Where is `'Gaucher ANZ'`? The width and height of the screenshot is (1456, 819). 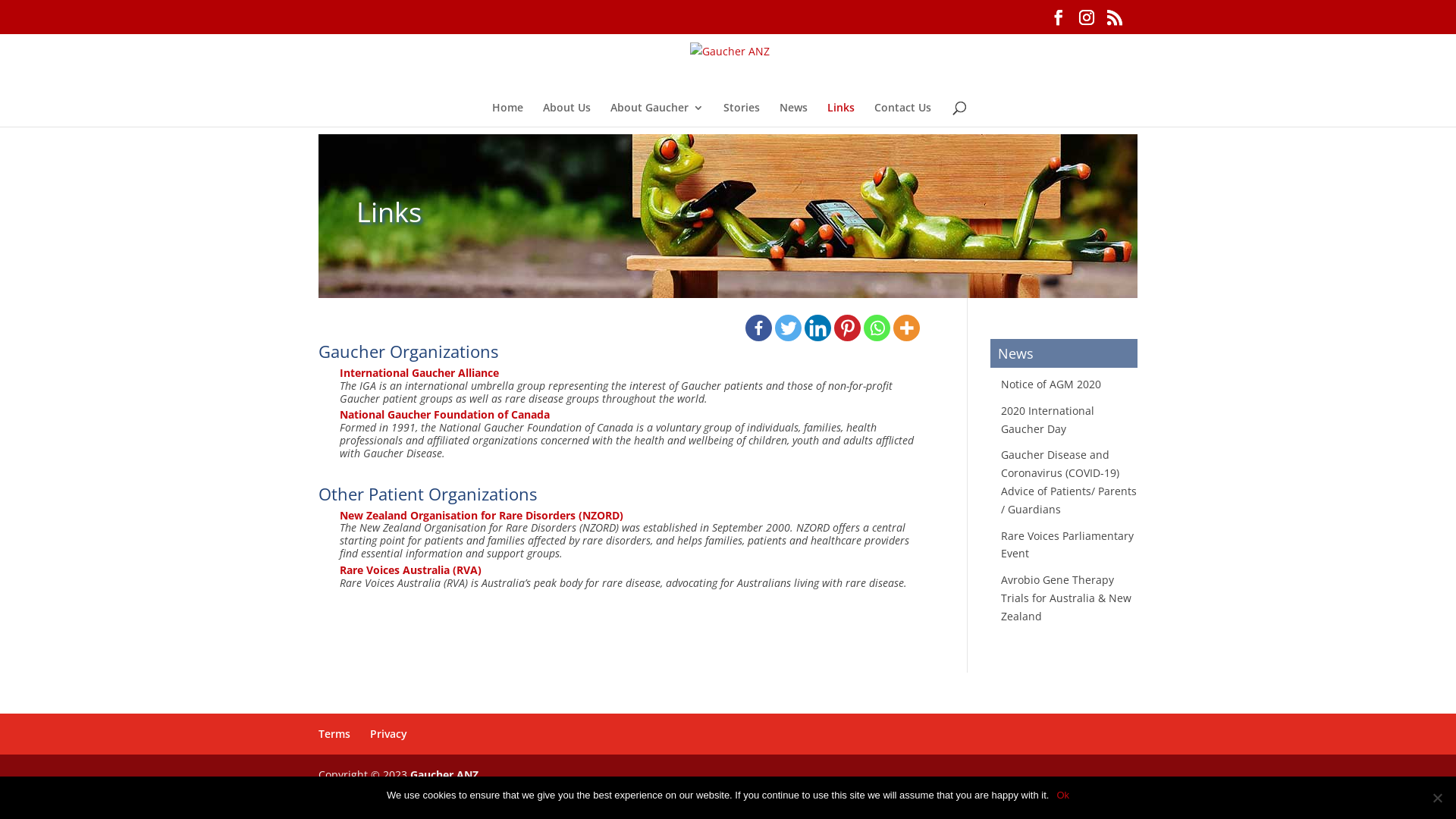 'Gaucher ANZ' is located at coordinates (443, 774).